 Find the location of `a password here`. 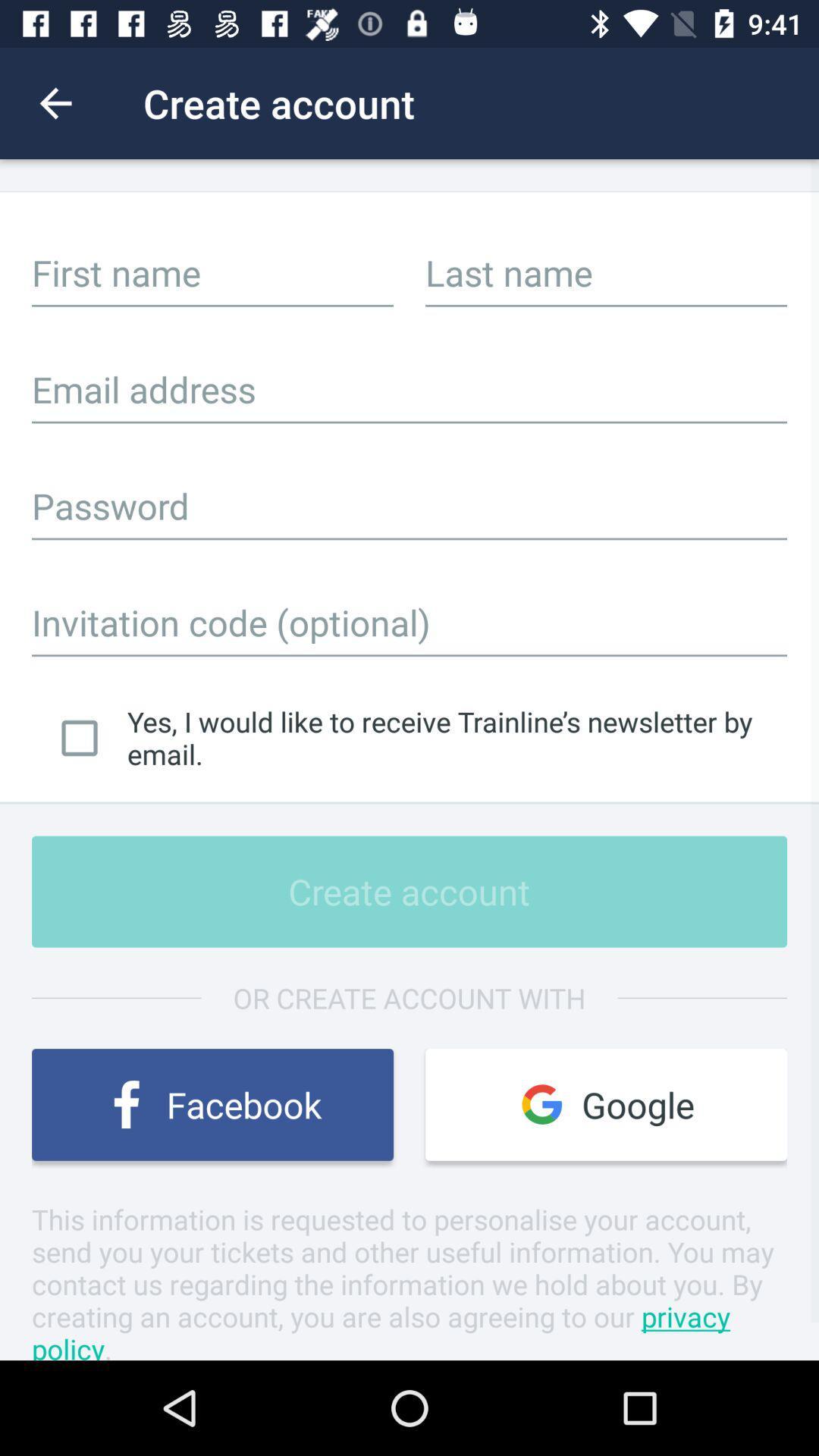

a password here is located at coordinates (409, 506).